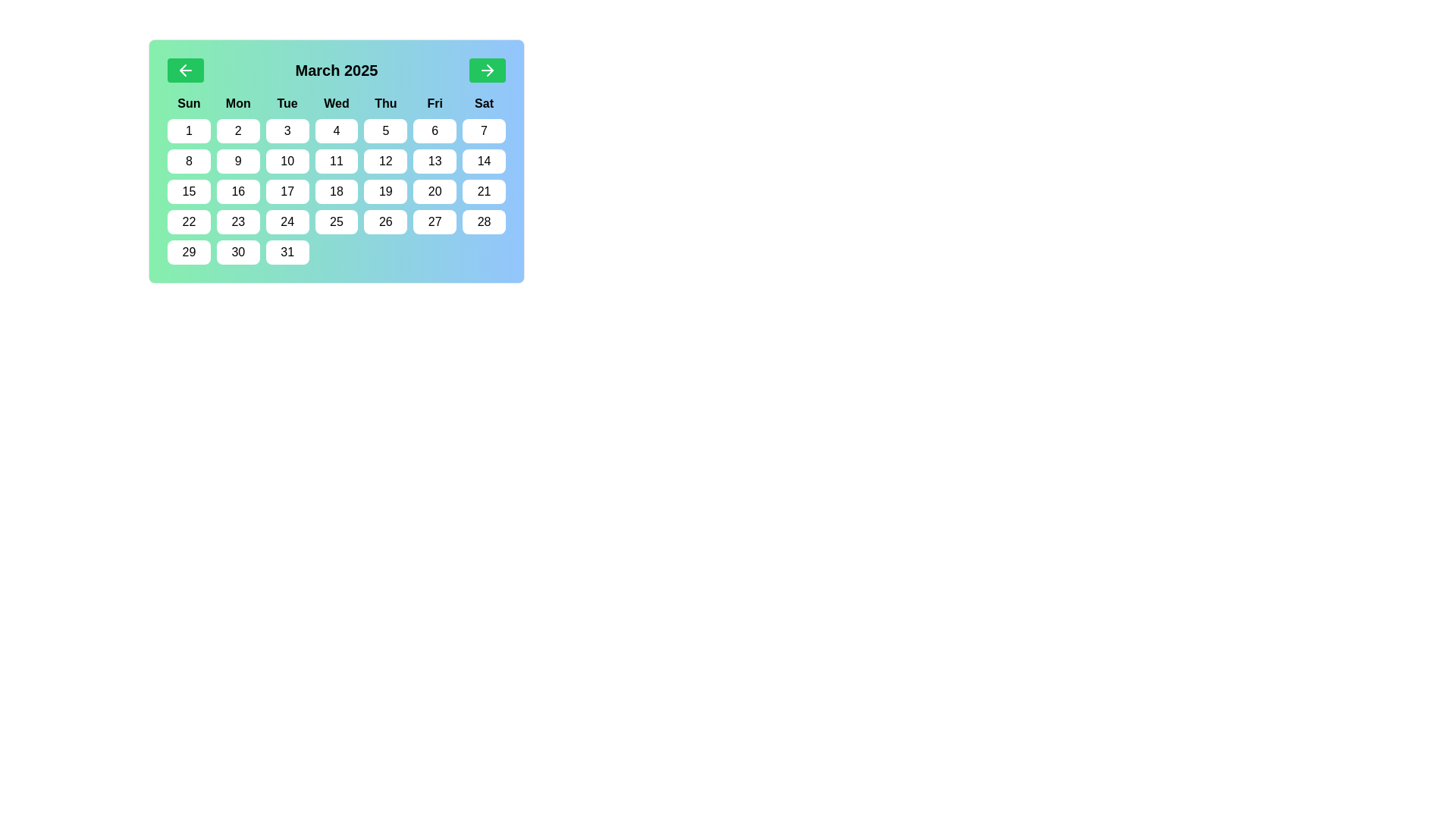 The image size is (1456, 819). What do you see at coordinates (237, 103) in the screenshot?
I see `the text label indicating 'Monday', which is the second element in the row of weekday labels in the calendar interface` at bounding box center [237, 103].